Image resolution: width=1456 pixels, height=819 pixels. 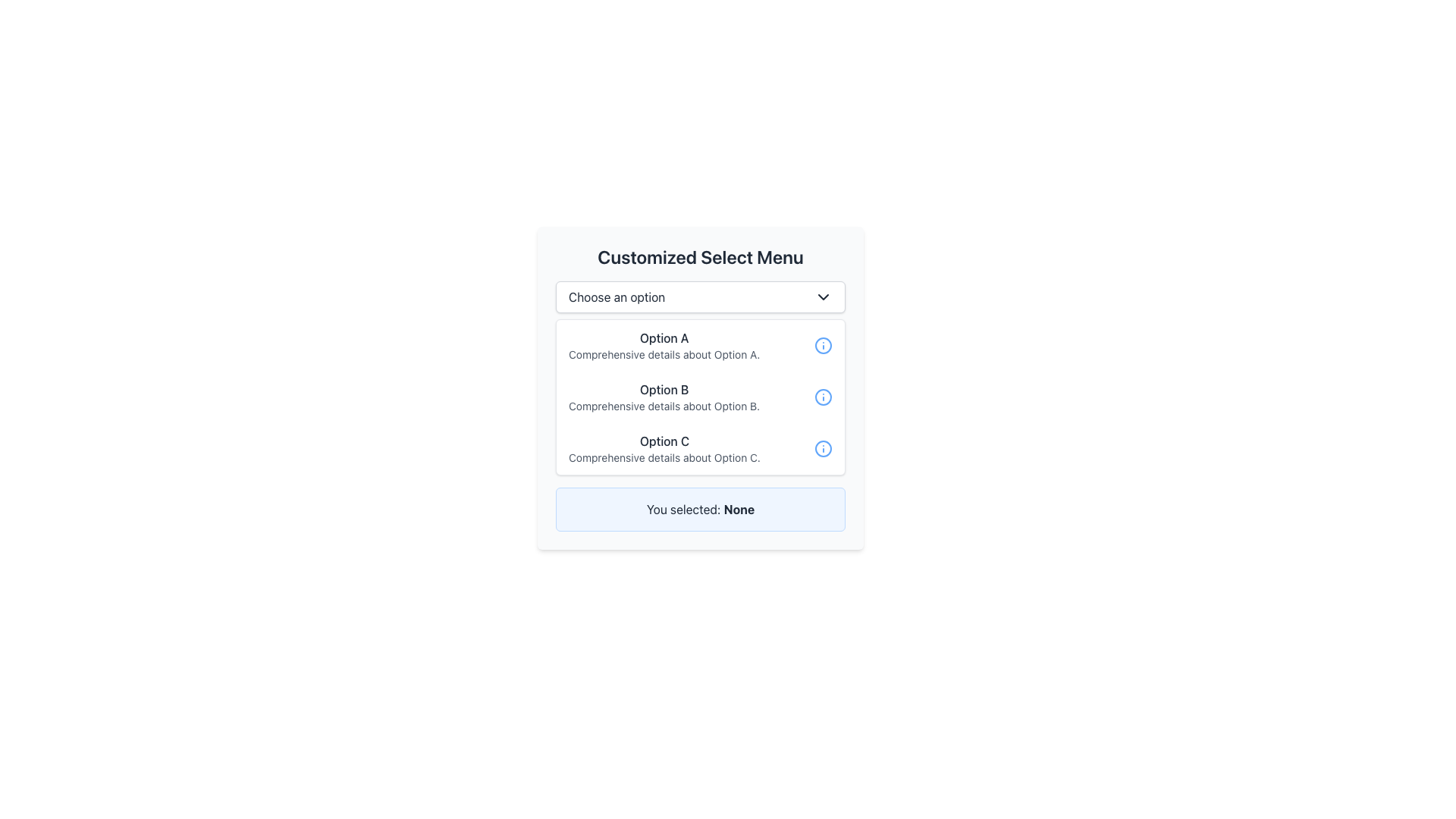 I want to click on the static display text that shows 'You selected: None', which is styled with a bold 'None' and set against a light blue background with a blue border, located at the bottom of a card-like component, so click(x=700, y=509).